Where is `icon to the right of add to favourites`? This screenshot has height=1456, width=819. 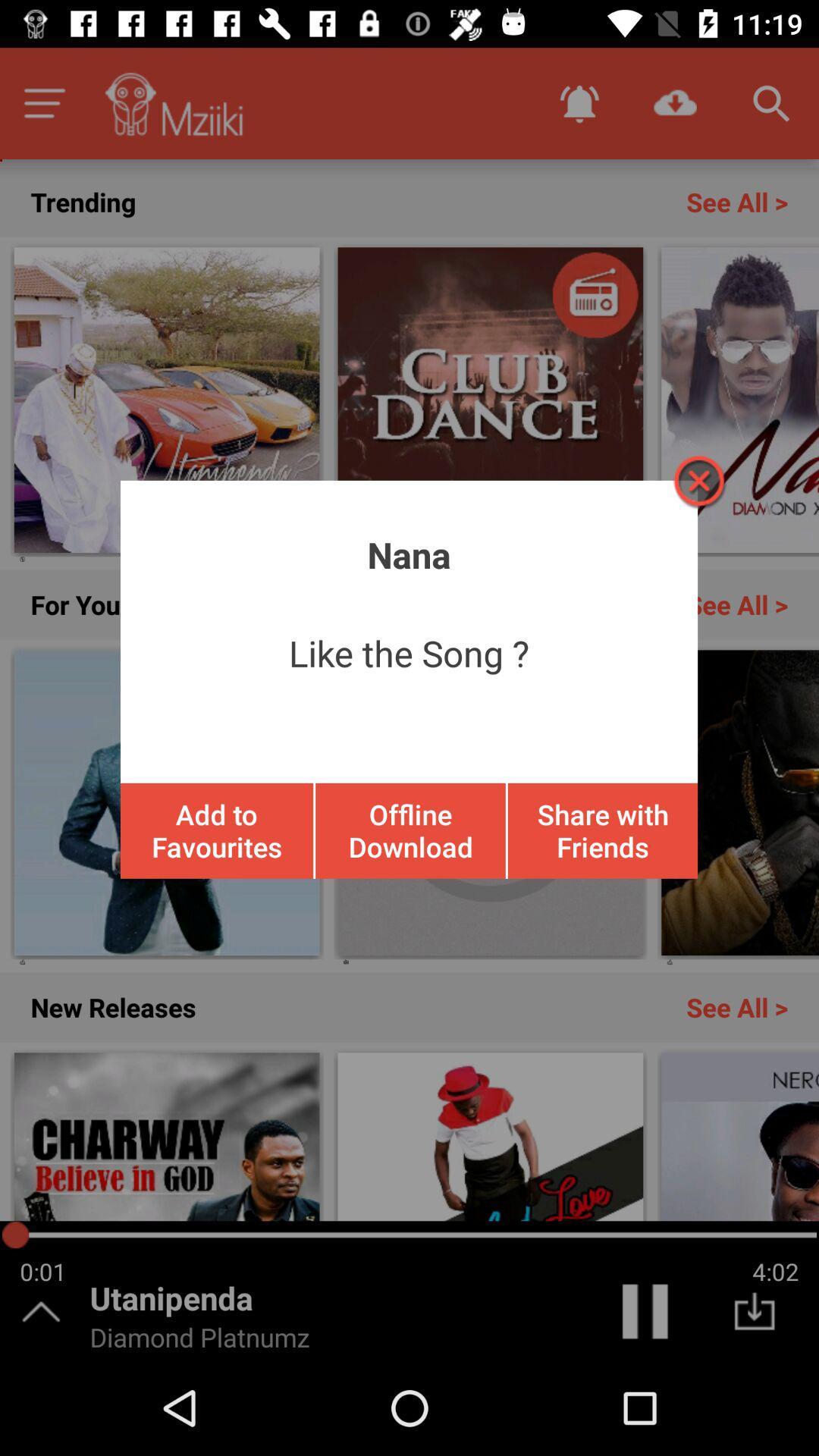 icon to the right of add to favourites is located at coordinates (410, 830).